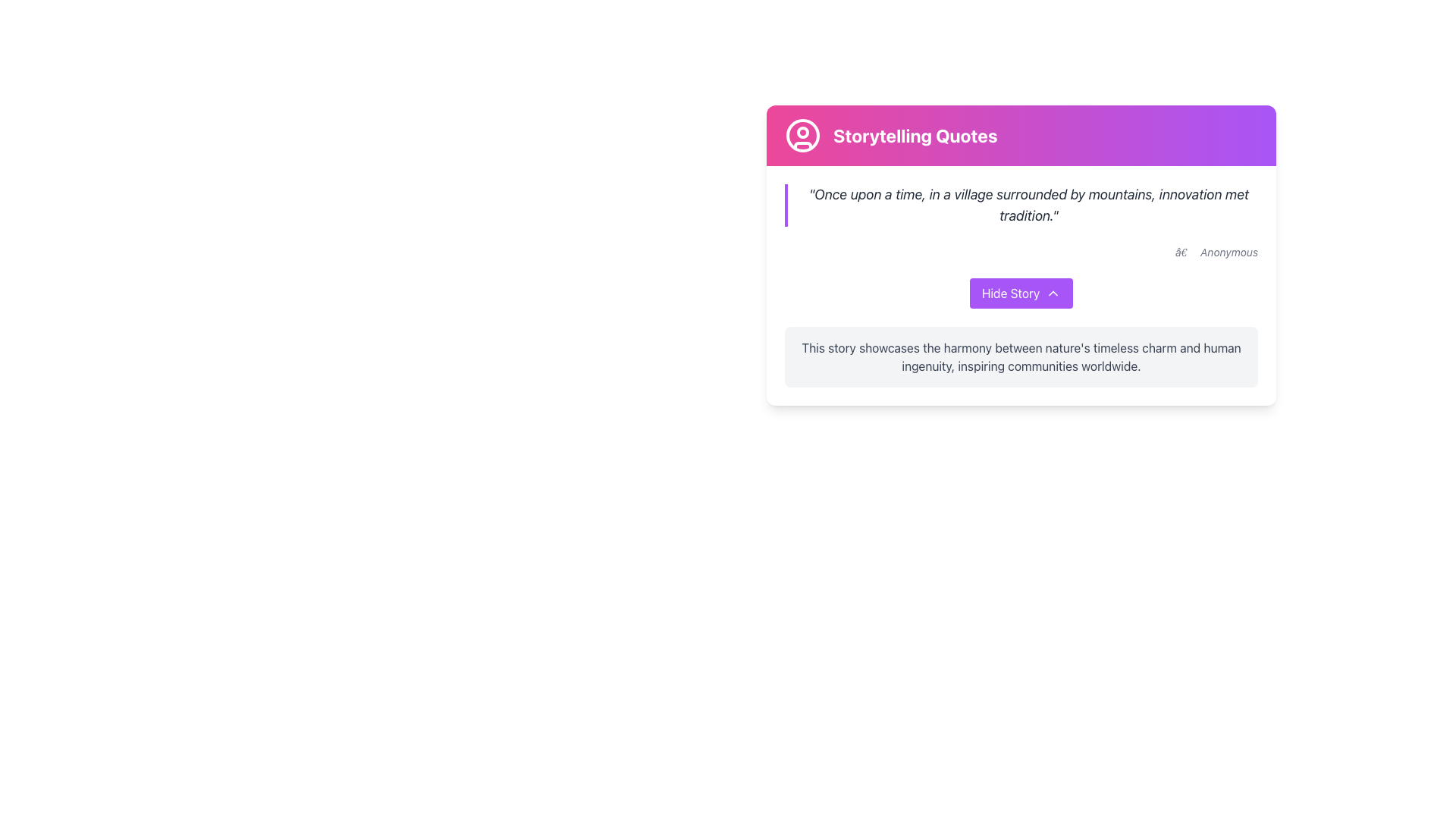 This screenshot has height=819, width=1456. I want to click on the graphical icon located in the pink-to-purple gradient header, adjacent to the title 'Storytelling Quotes', so click(802, 134).